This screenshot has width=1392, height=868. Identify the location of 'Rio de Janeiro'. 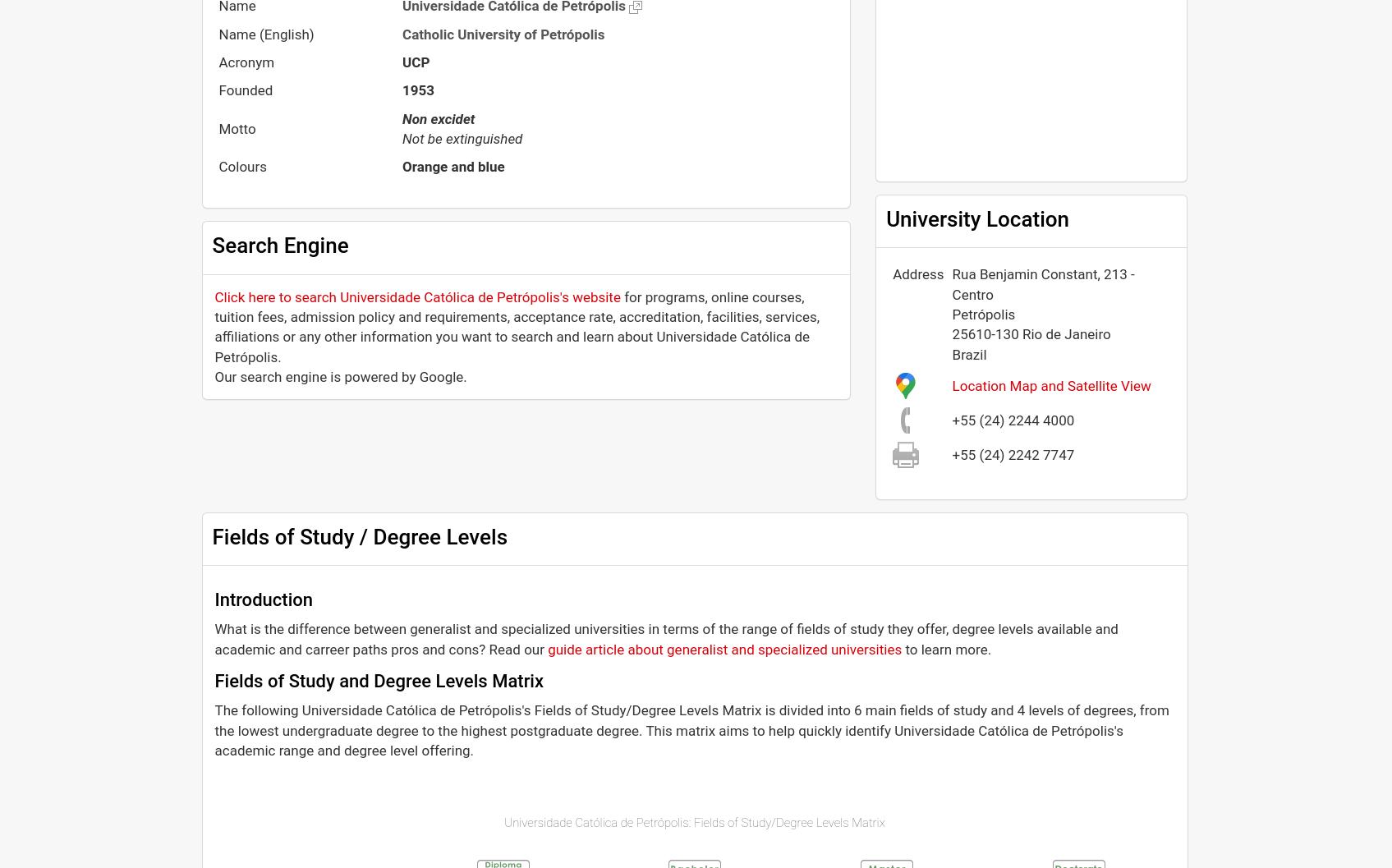
(1065, 333).